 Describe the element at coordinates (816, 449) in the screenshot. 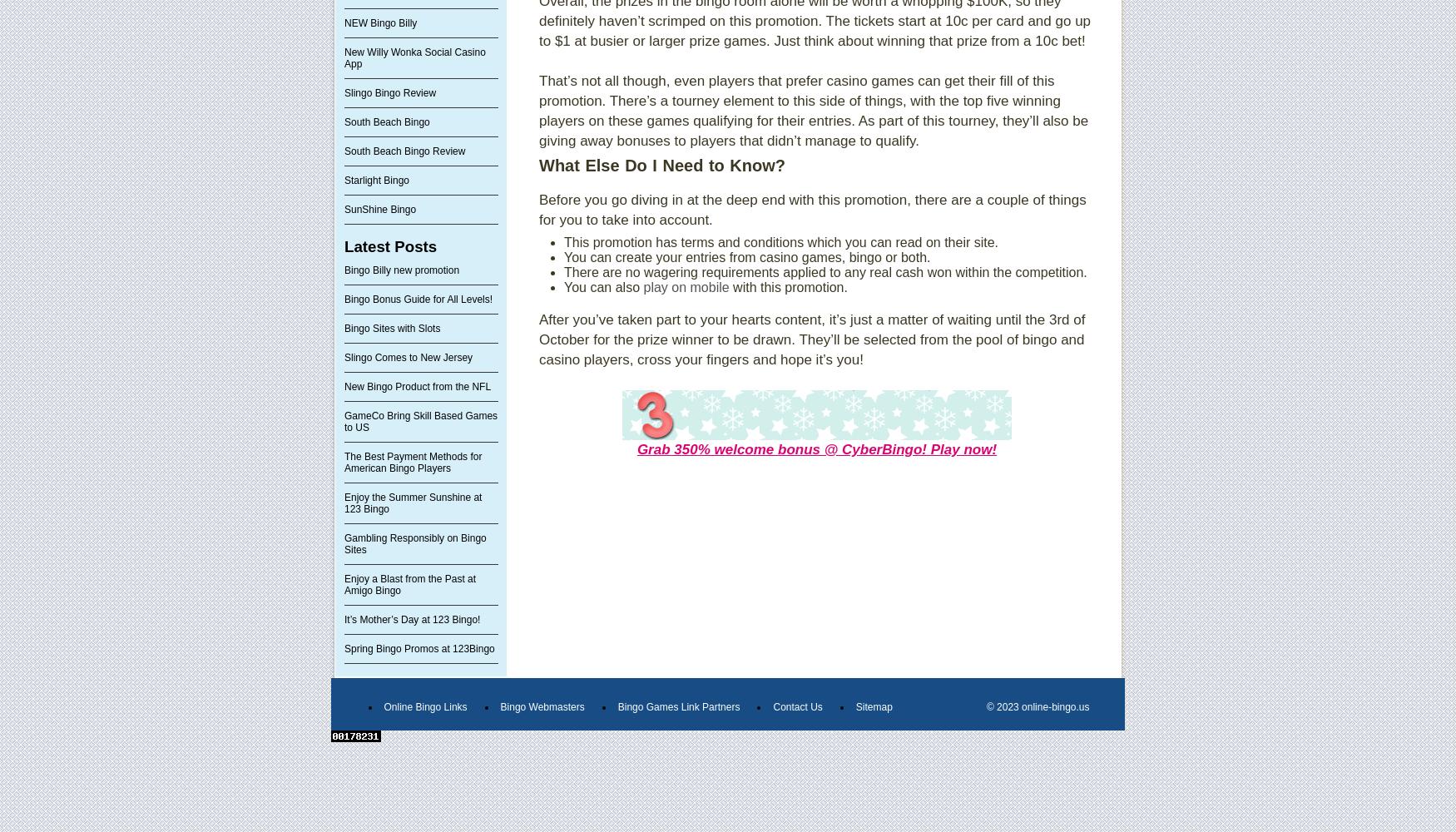

I see `'Grab 350% welcome bonus @ CyberBingo! Play now!'` at that location.